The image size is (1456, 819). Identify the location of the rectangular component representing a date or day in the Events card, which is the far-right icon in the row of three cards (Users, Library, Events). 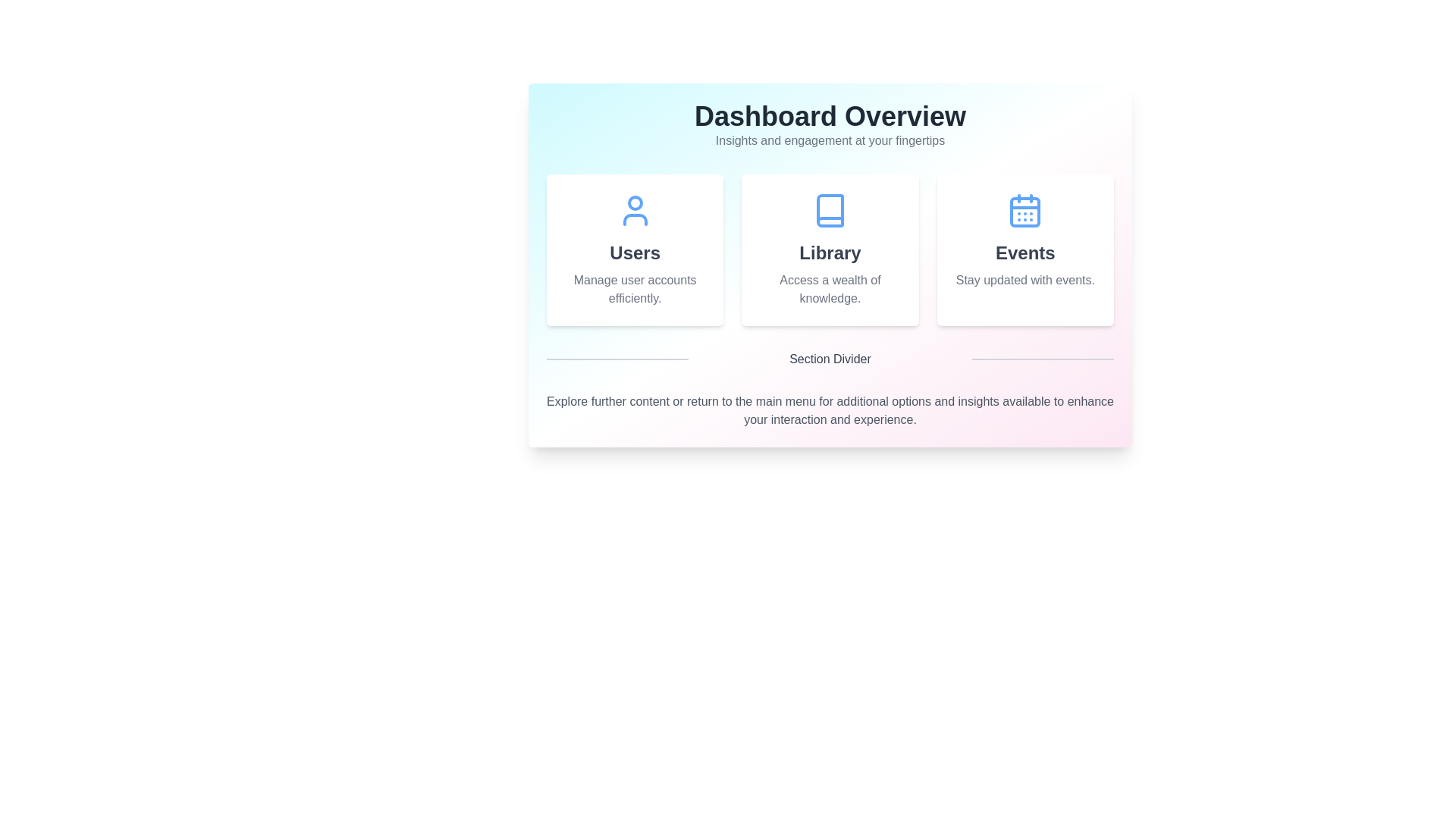
(1025, 212).